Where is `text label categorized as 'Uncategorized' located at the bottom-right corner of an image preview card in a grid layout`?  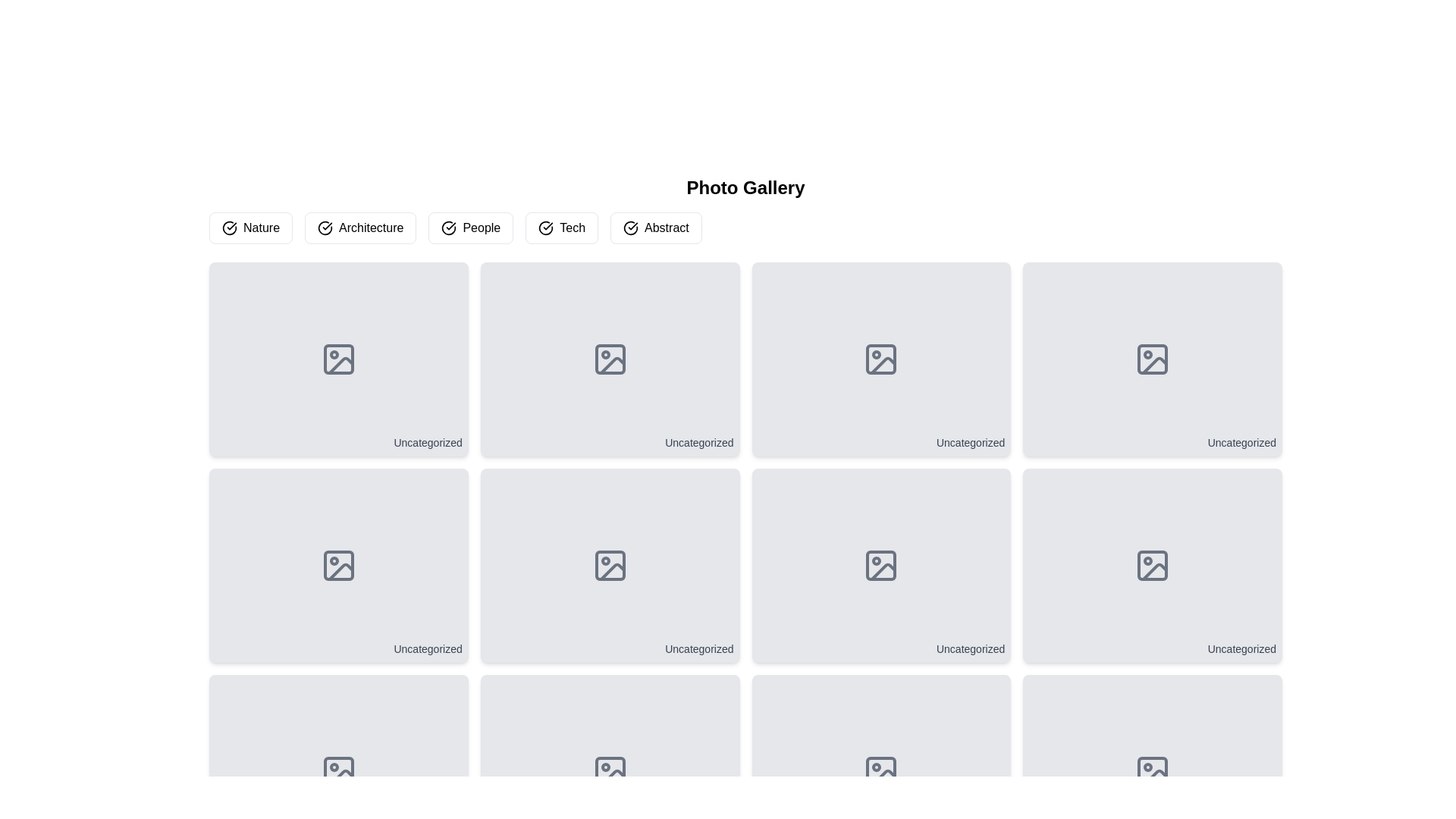 text label categorized as 'Uncategorized' located at the bottom-right corner of an image preview card in a grid layout is located at coordinates (971, 648).